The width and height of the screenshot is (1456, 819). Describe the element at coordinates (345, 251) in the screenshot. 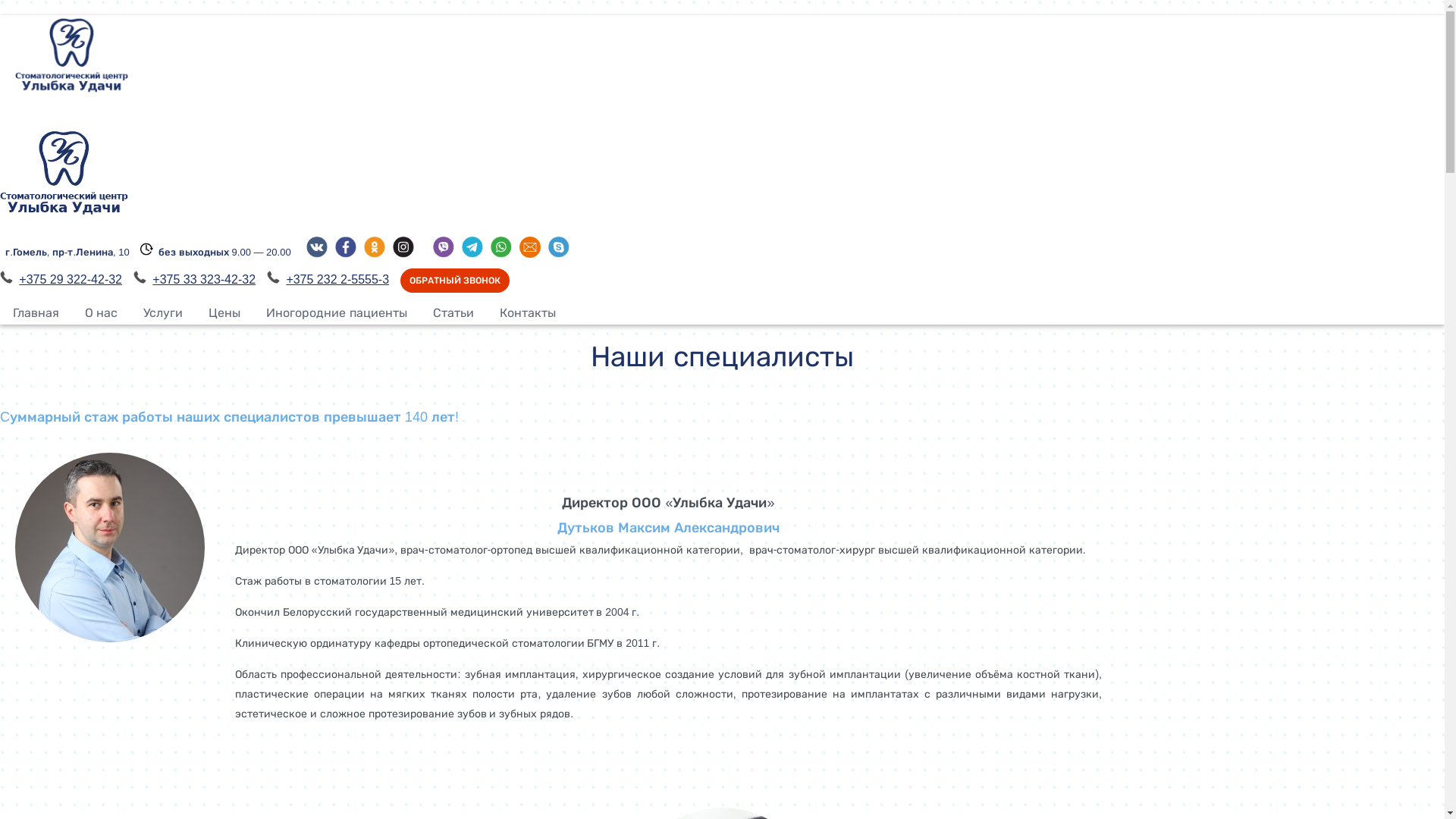

I see `'Facebook'` at that location.